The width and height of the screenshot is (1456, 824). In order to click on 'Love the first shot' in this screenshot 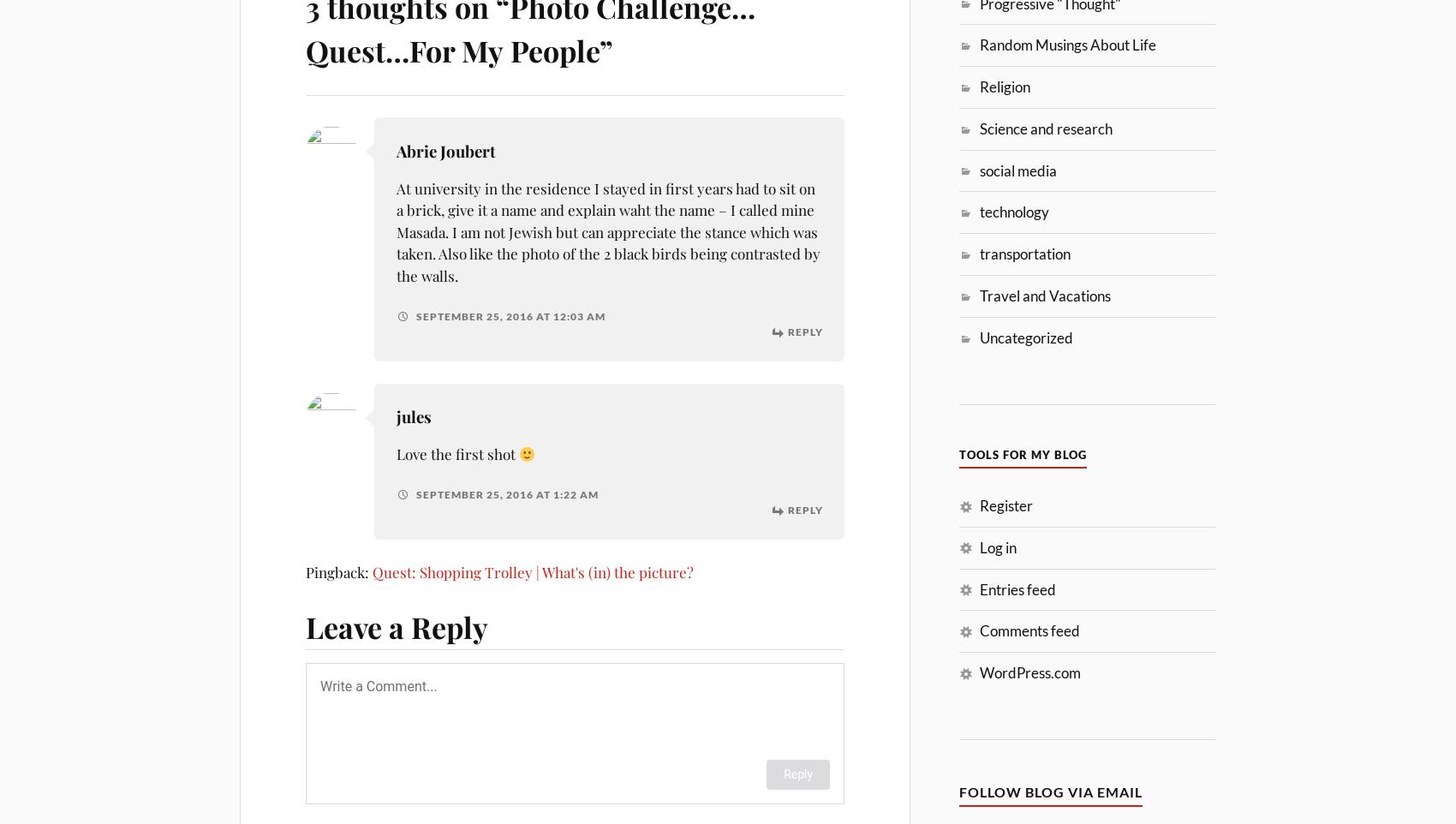, I will do `click(456, 452)`.